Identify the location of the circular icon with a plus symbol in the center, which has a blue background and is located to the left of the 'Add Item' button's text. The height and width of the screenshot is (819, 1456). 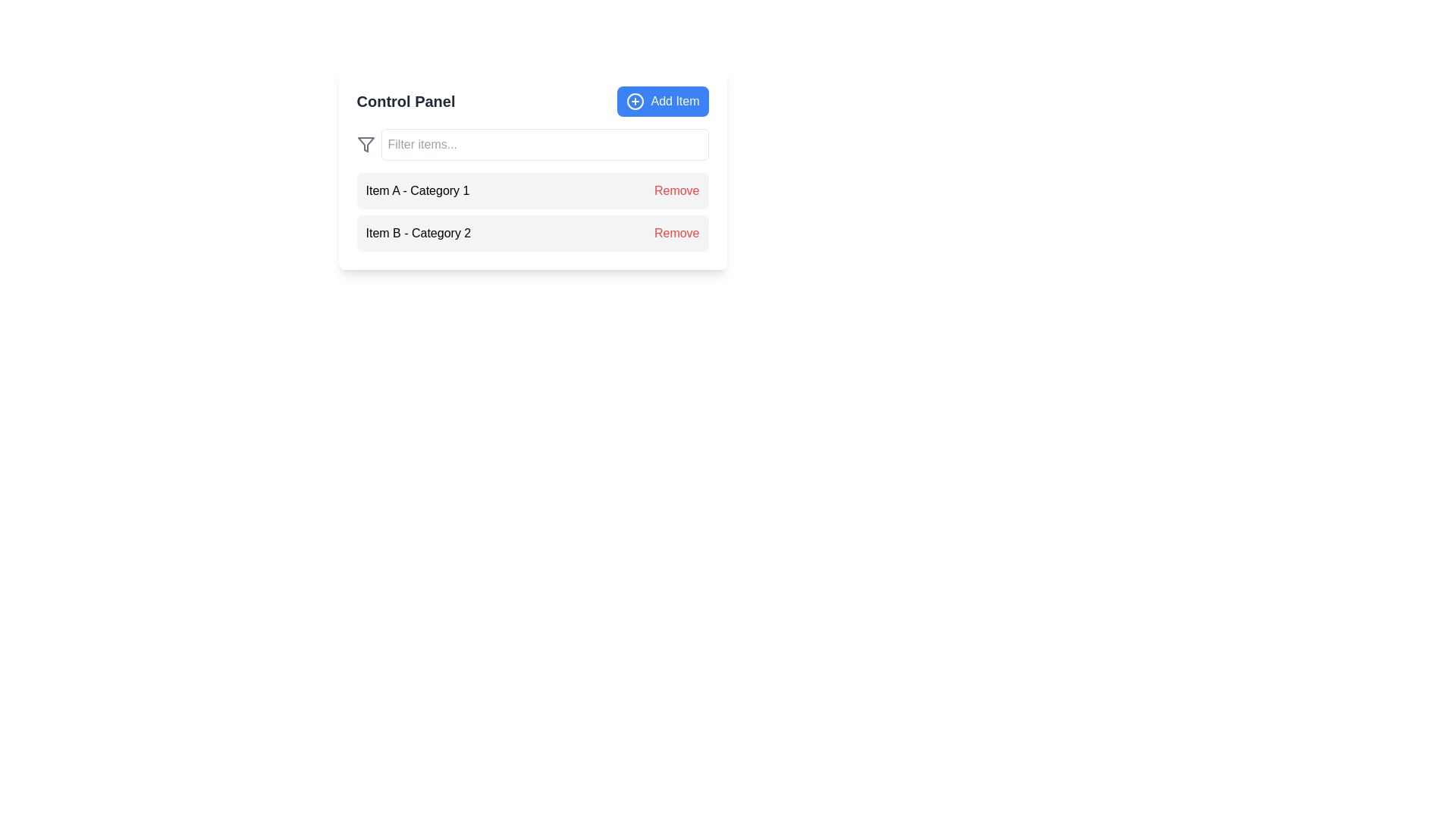
(635, 102).